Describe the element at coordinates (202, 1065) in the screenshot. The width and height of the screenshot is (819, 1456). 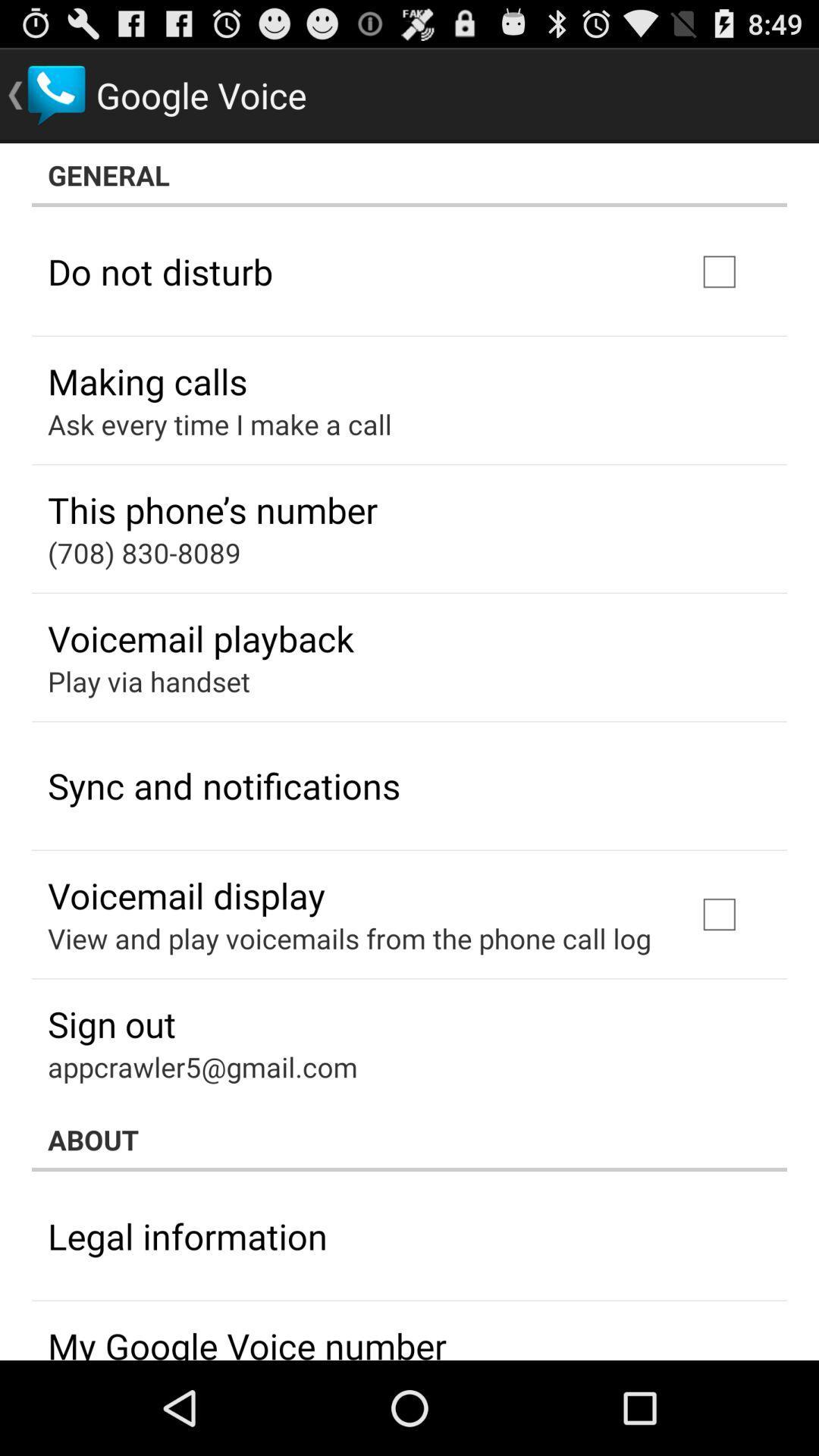
I see `the icon above about app` at that location.